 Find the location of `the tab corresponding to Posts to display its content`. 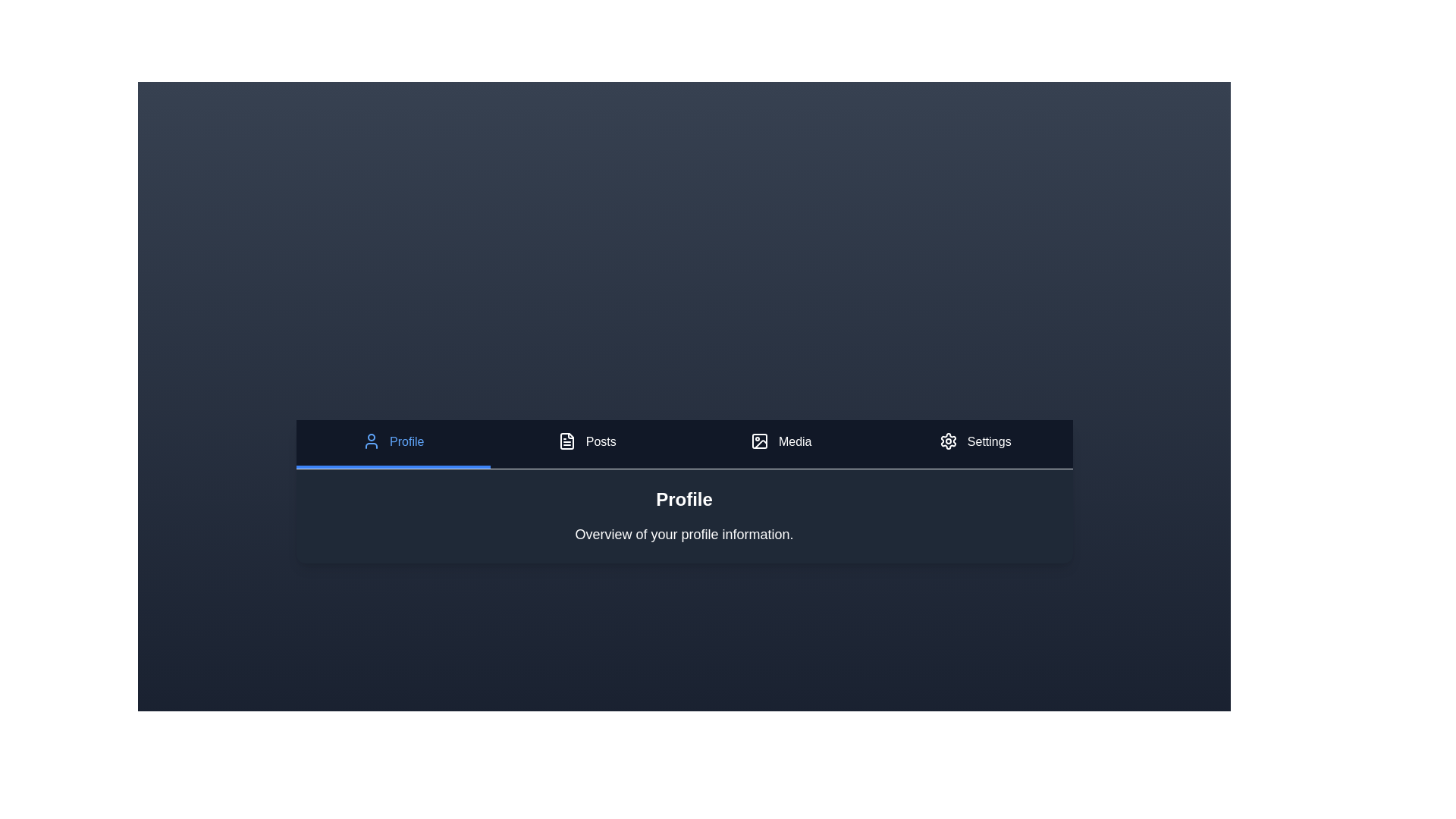

the tab corresponding to Posts to display its content is located at coordinates (586, 444).